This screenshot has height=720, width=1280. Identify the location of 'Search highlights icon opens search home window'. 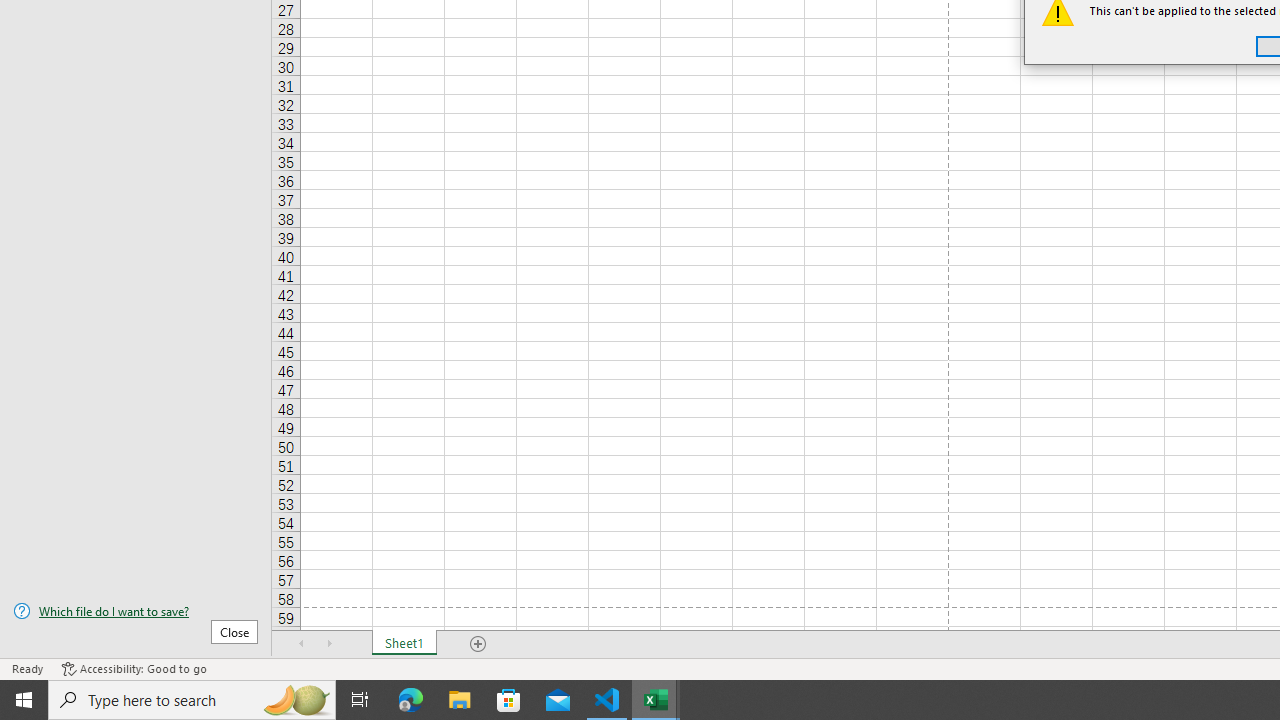
(294, 698).